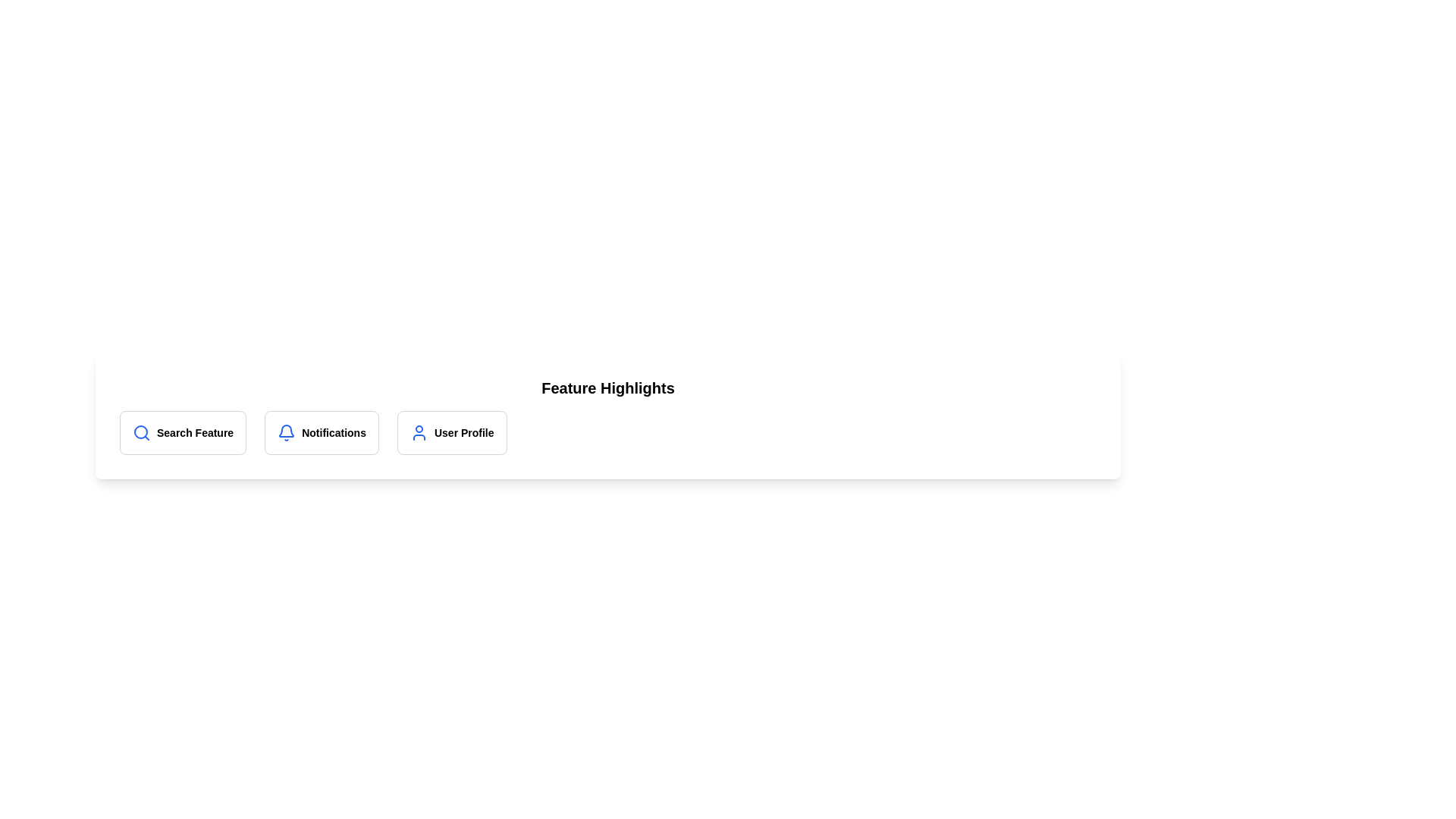 This screenshot has height=819, width=1456. What do you see at coordinates (182, 432) in the screenshot?
I see `the chip corresponding to Search Feature` at bounding box center [182, 432].